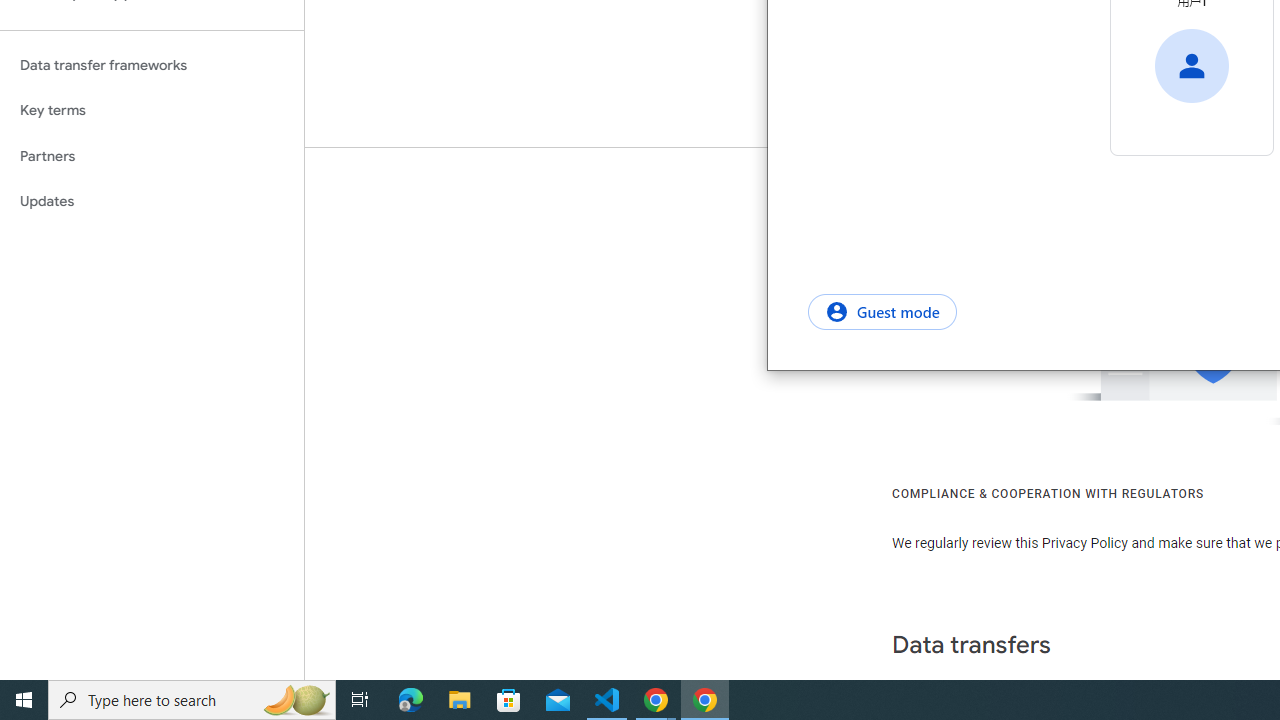 The width and height of the screenshot is (1280, 720). I want to click on 'Start', so click(24, 698).